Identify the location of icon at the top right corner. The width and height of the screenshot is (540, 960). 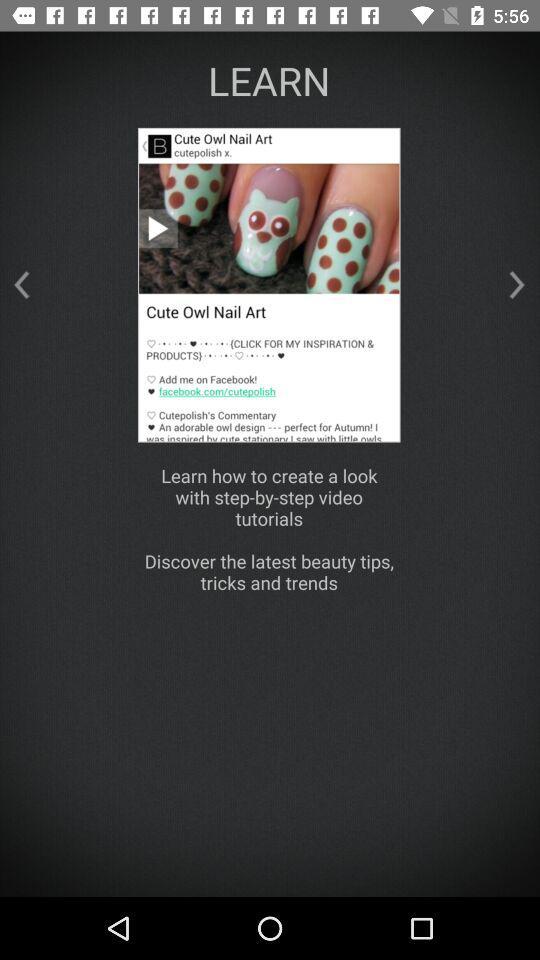
(517, 284).